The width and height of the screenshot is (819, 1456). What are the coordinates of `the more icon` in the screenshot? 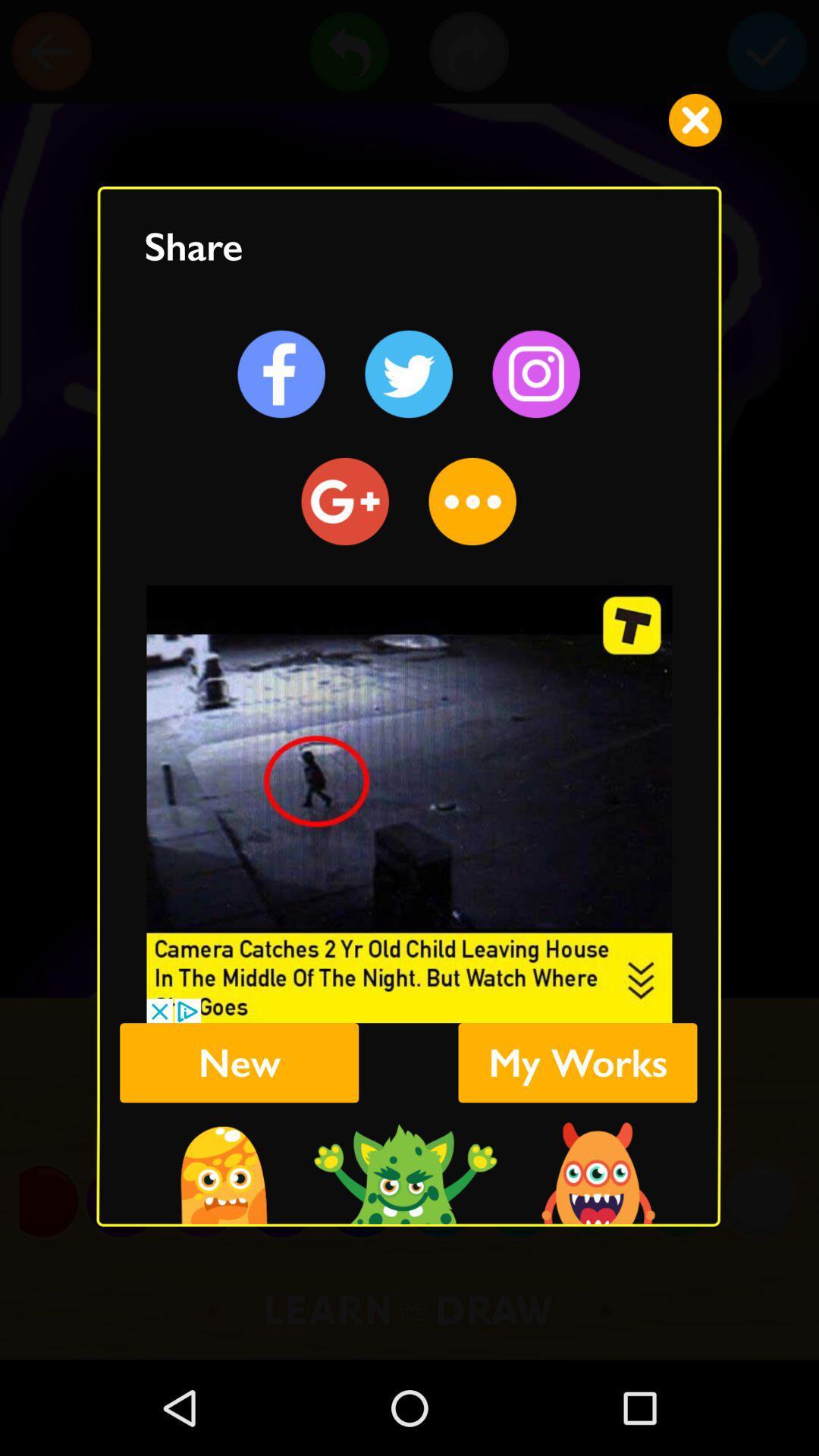 It's located at (472, 501).